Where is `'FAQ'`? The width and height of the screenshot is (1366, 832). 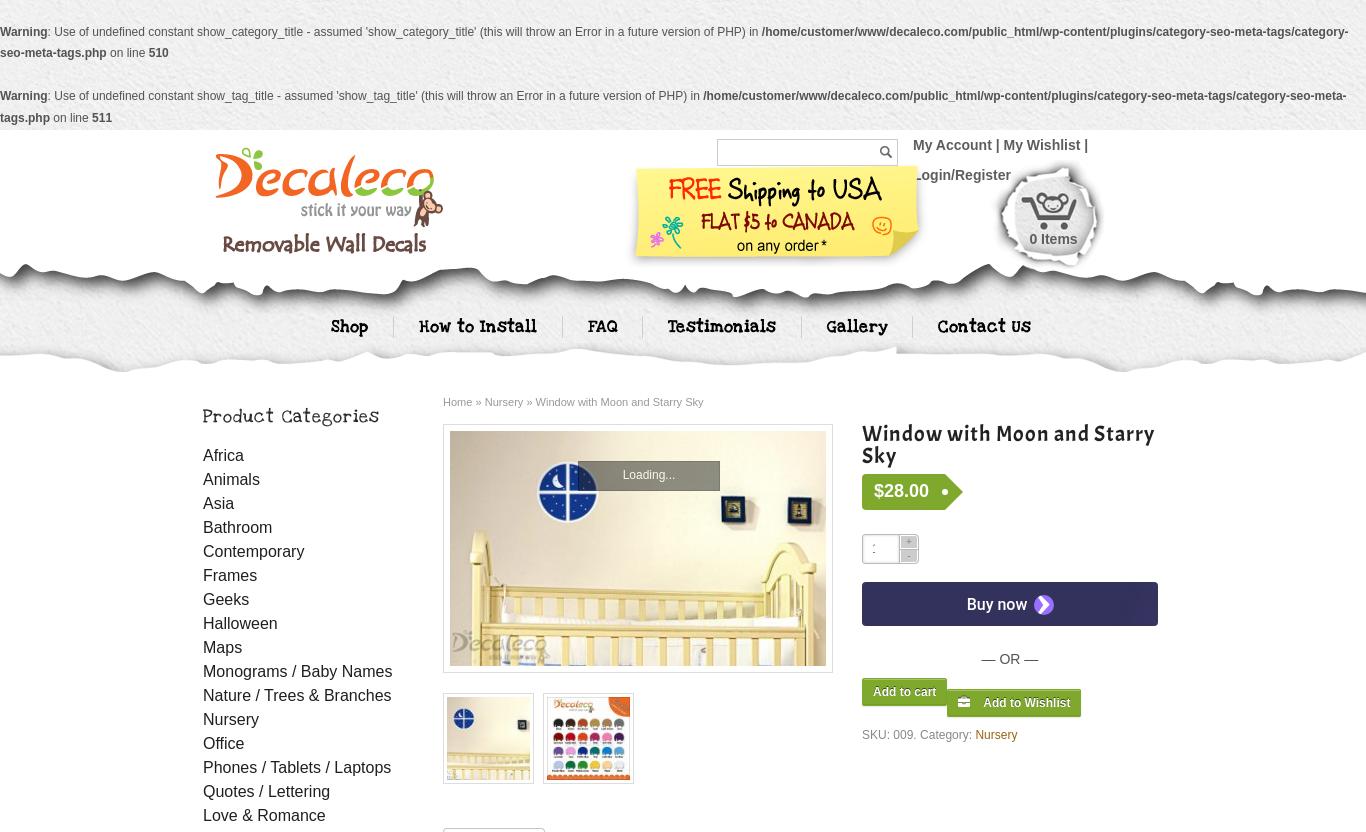
'FAQ' is located at coordinates (600, 325).